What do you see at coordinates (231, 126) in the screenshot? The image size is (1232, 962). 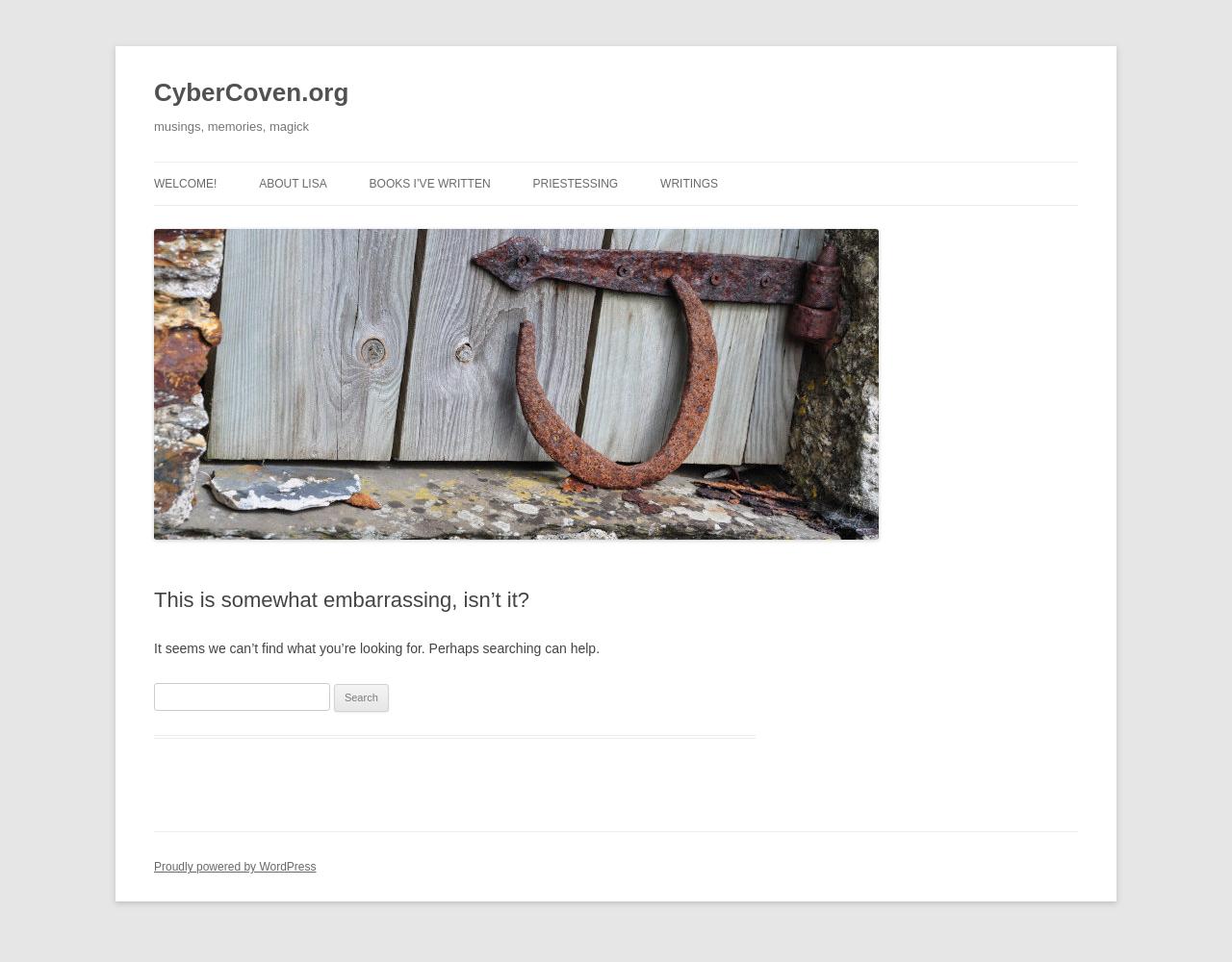 I see `'musings, memories, magick'` at bounding box center [231, 126].